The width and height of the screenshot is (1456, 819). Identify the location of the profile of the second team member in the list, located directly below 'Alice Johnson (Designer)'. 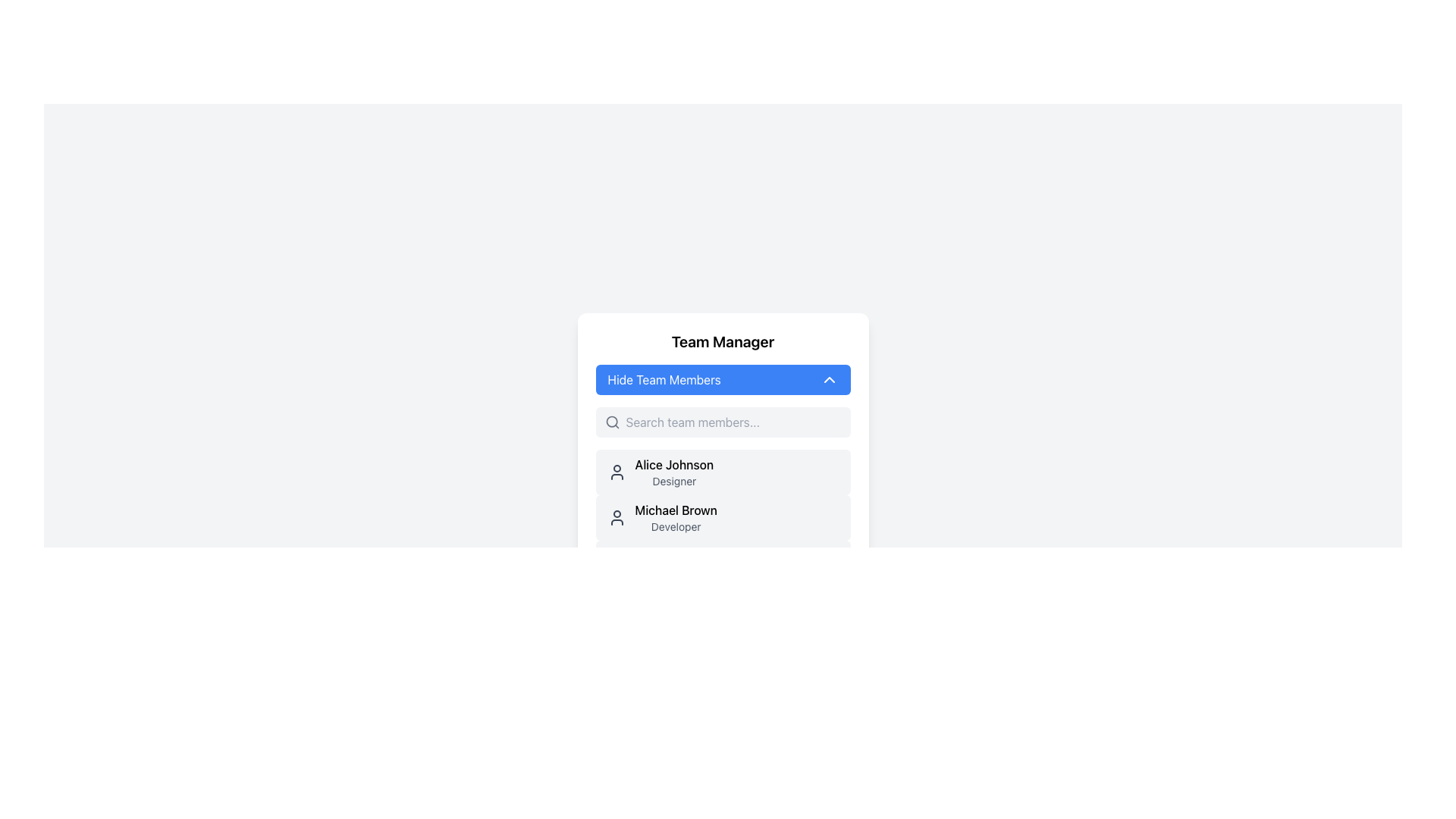
(722, 540).